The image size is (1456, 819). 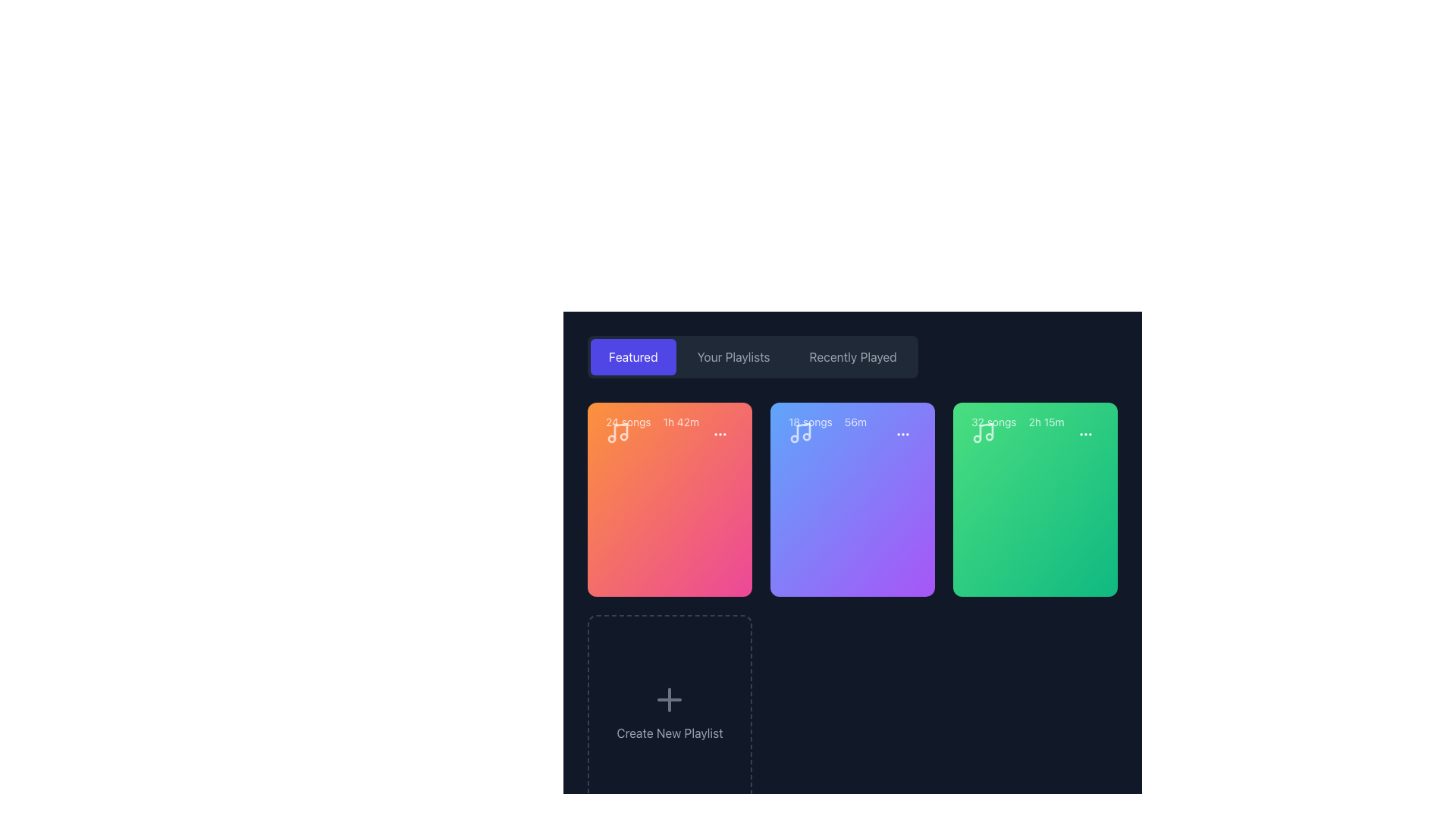 I want to click on the options menu button located at the top-right corner of the salmon-colored card, so click(x=720, y=435).